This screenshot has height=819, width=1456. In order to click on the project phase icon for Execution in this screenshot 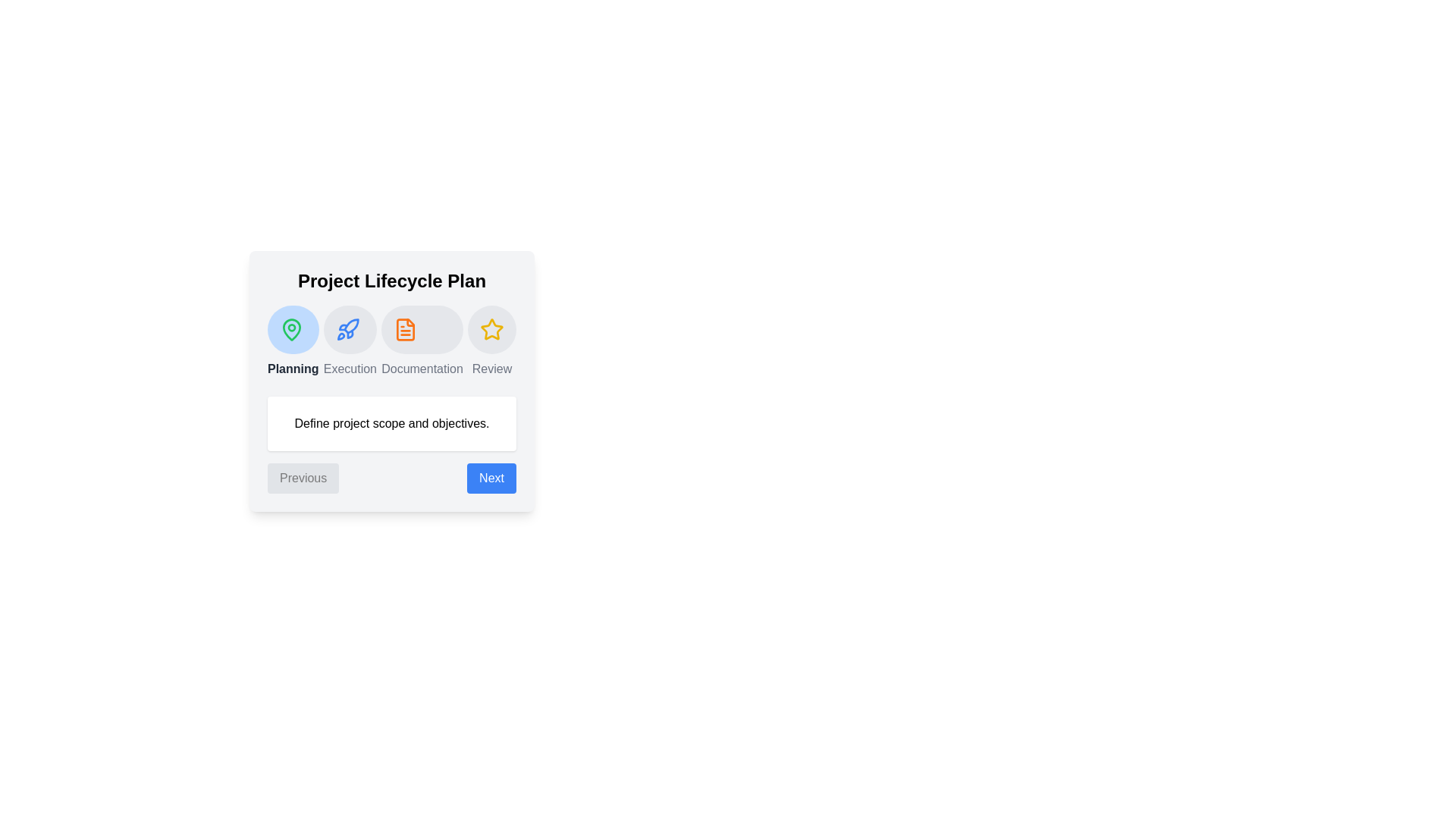, I will do `click(349, 329)`.